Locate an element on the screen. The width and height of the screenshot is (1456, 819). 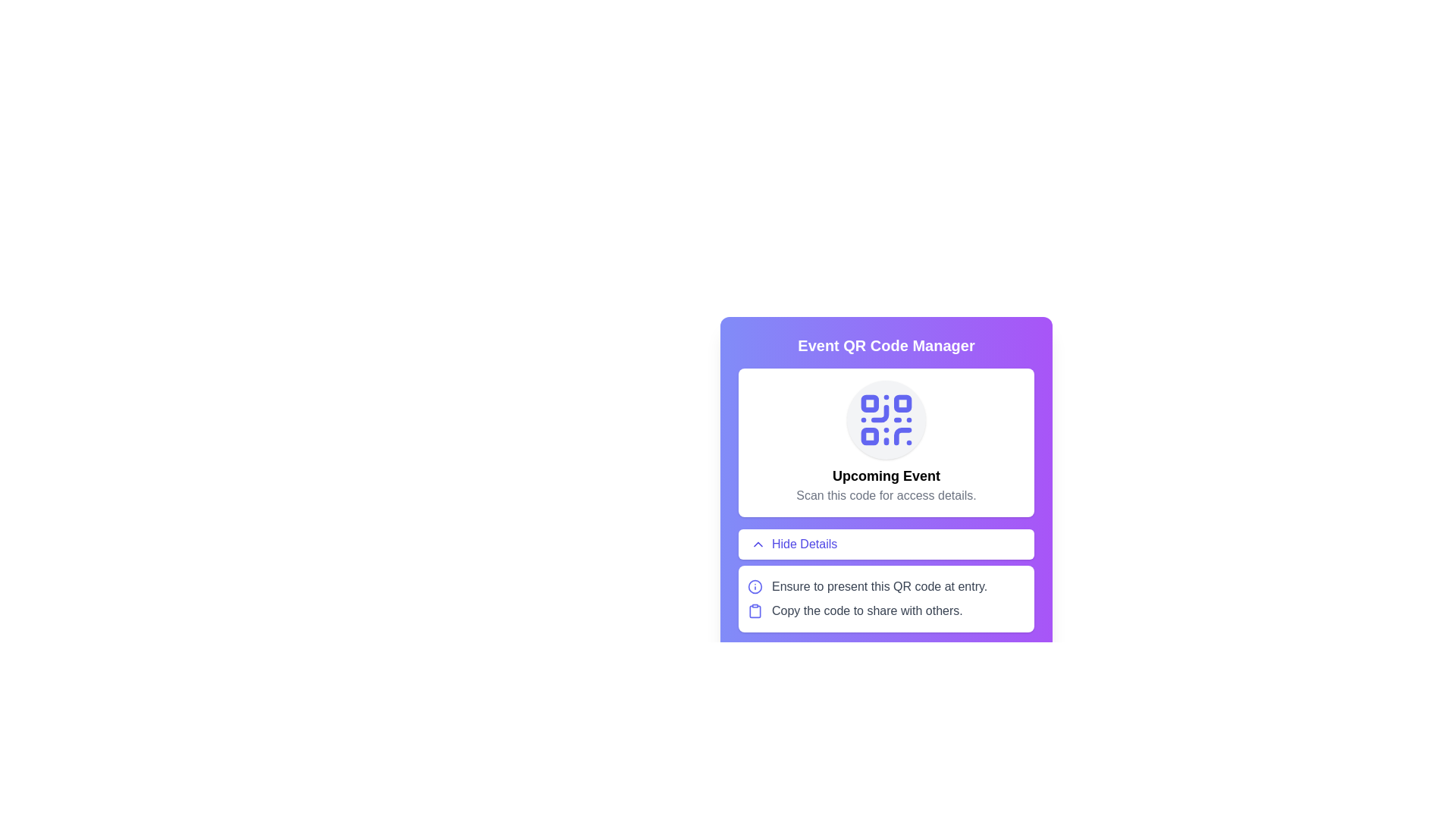
text displayed in the Text Display element that instructs 'Ensure to present this QR code at entry.' is located at coordinates (880, 586).